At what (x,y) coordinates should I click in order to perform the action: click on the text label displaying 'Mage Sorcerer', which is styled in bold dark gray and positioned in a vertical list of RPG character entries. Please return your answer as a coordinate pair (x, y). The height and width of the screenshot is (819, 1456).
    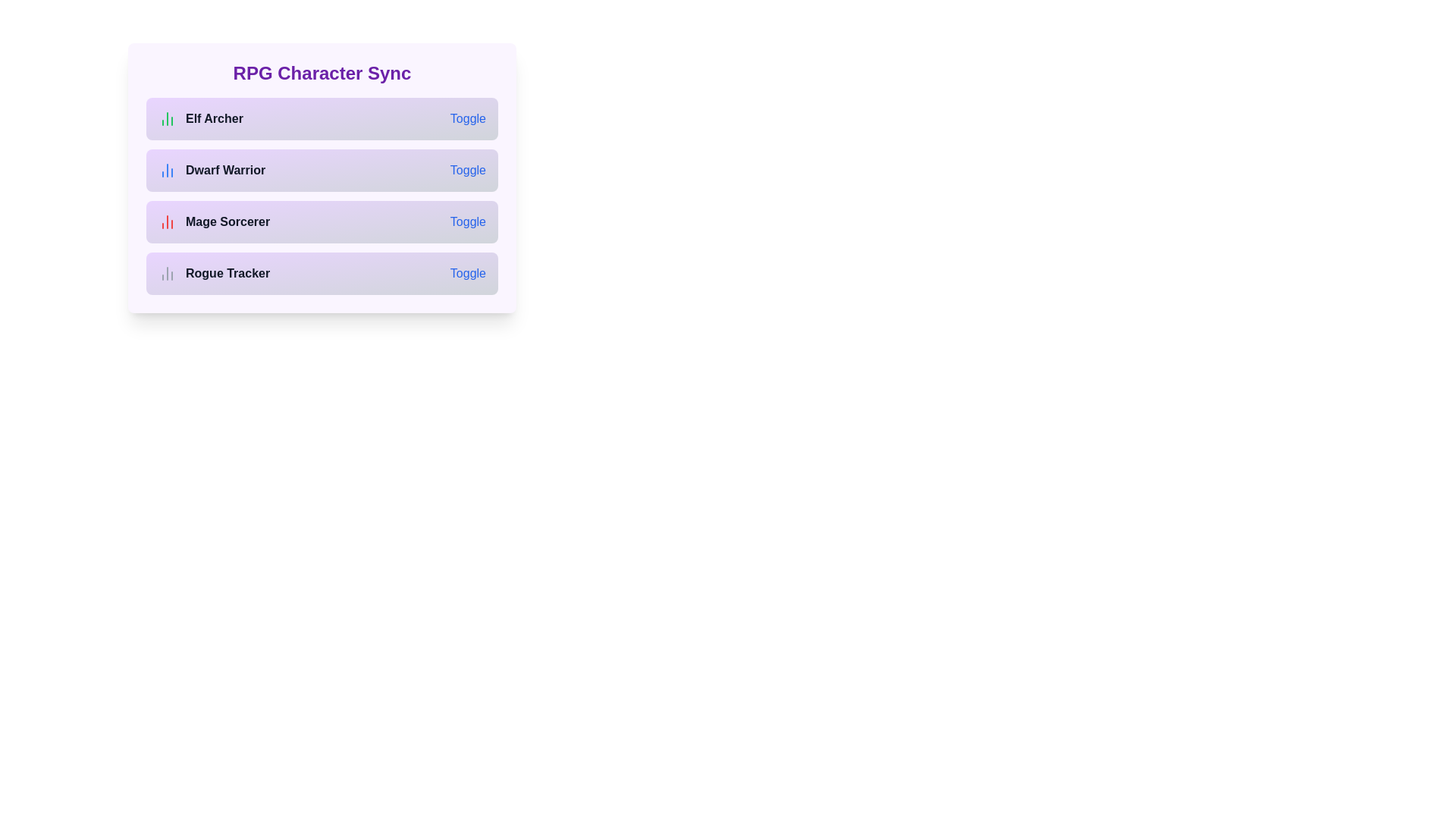
    Looking at the image, I should click on (227, 222).